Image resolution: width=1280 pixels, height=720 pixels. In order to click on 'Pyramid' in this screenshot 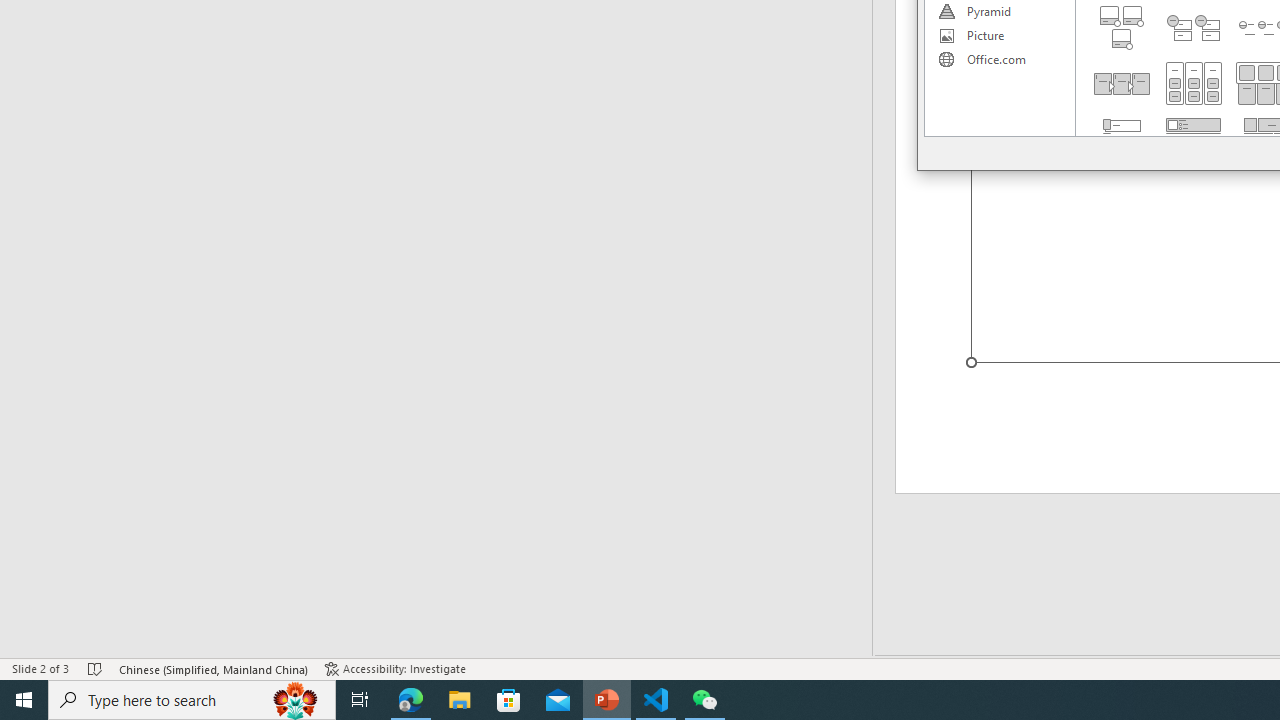, I will do `click(999, 11)`.